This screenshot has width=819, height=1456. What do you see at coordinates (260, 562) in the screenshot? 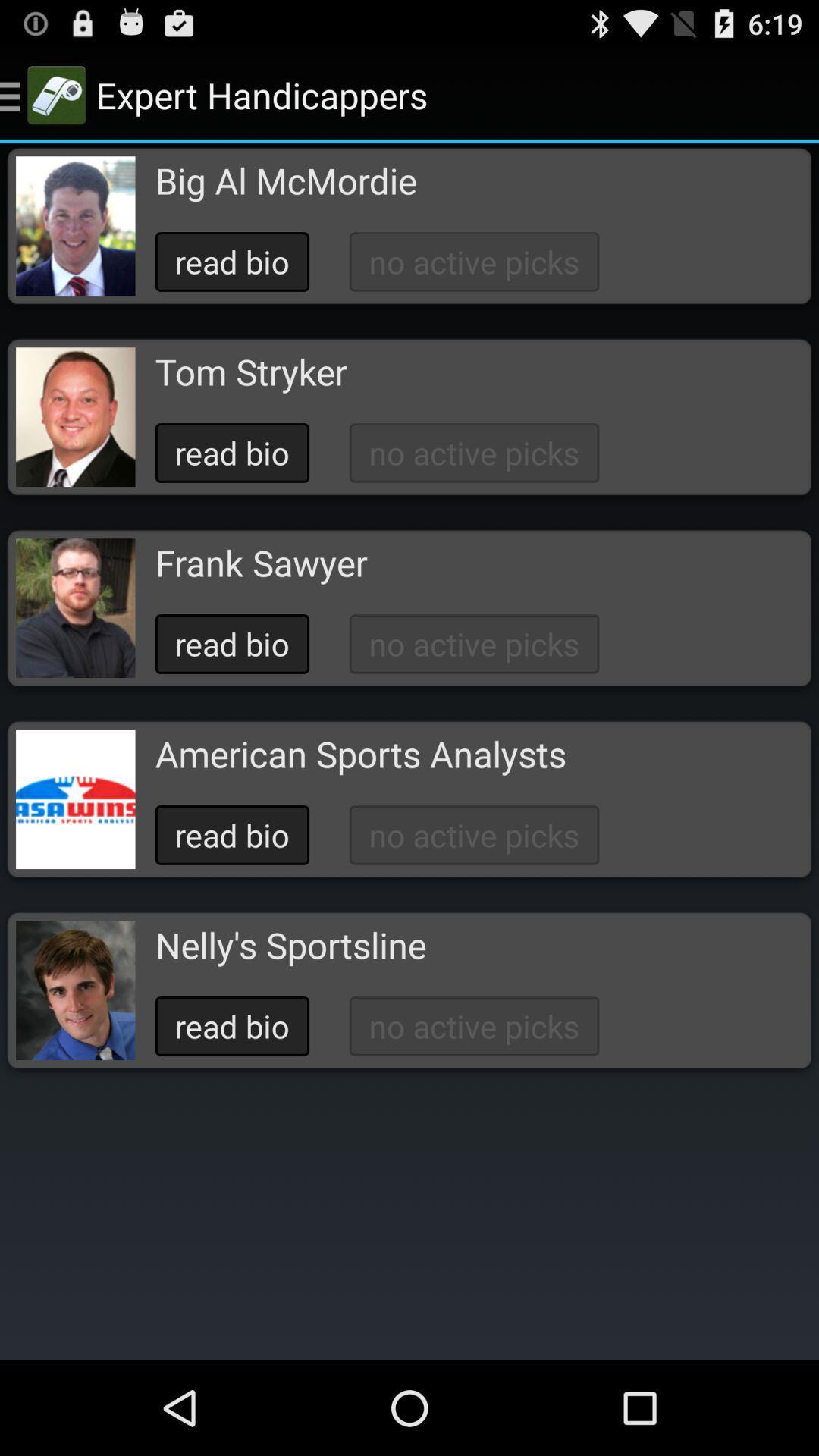
I see `the button above the read bio icon` at bounding box center [260, 562].